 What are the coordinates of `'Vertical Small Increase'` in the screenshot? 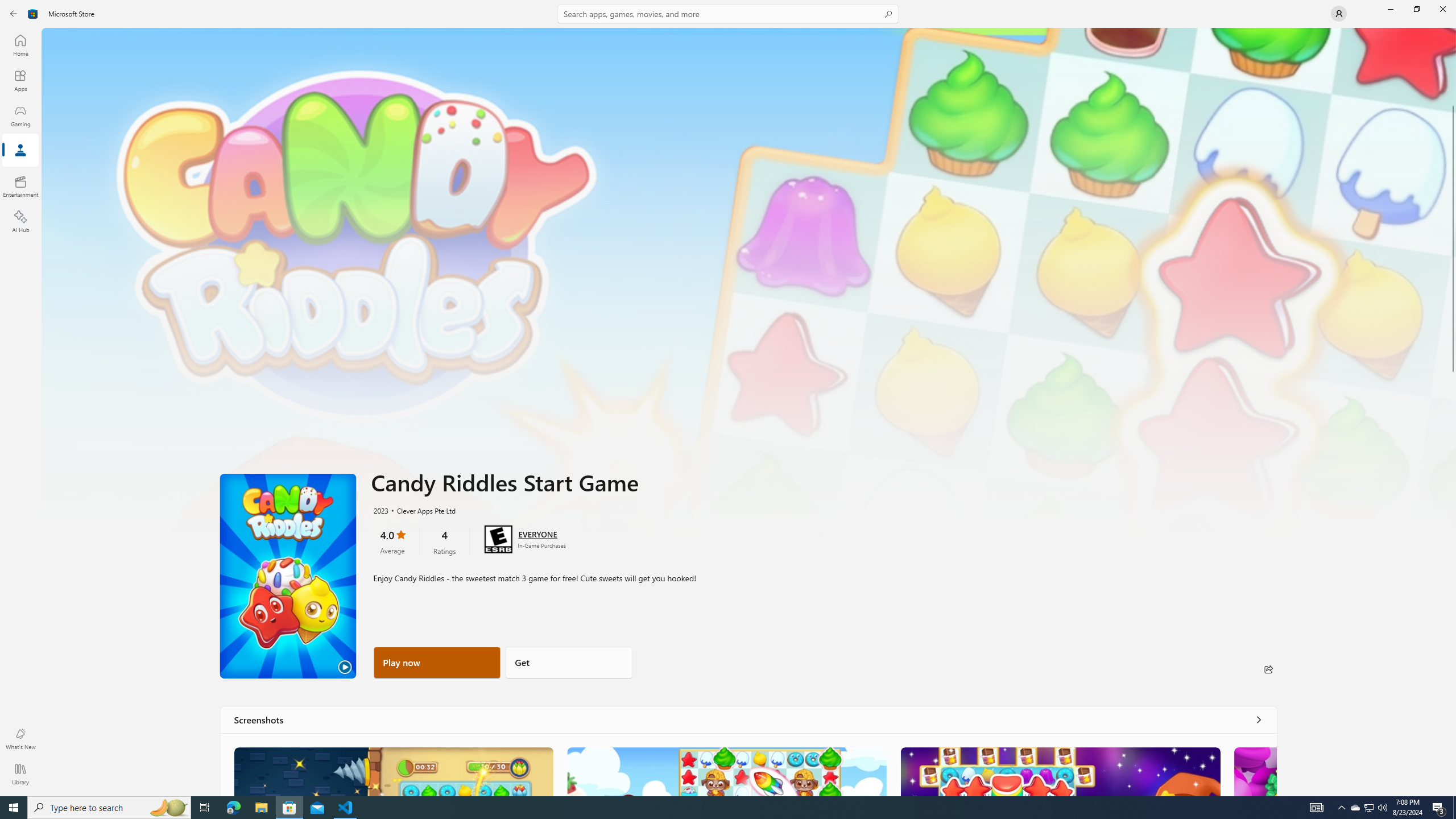 It's located at (1451, 792).